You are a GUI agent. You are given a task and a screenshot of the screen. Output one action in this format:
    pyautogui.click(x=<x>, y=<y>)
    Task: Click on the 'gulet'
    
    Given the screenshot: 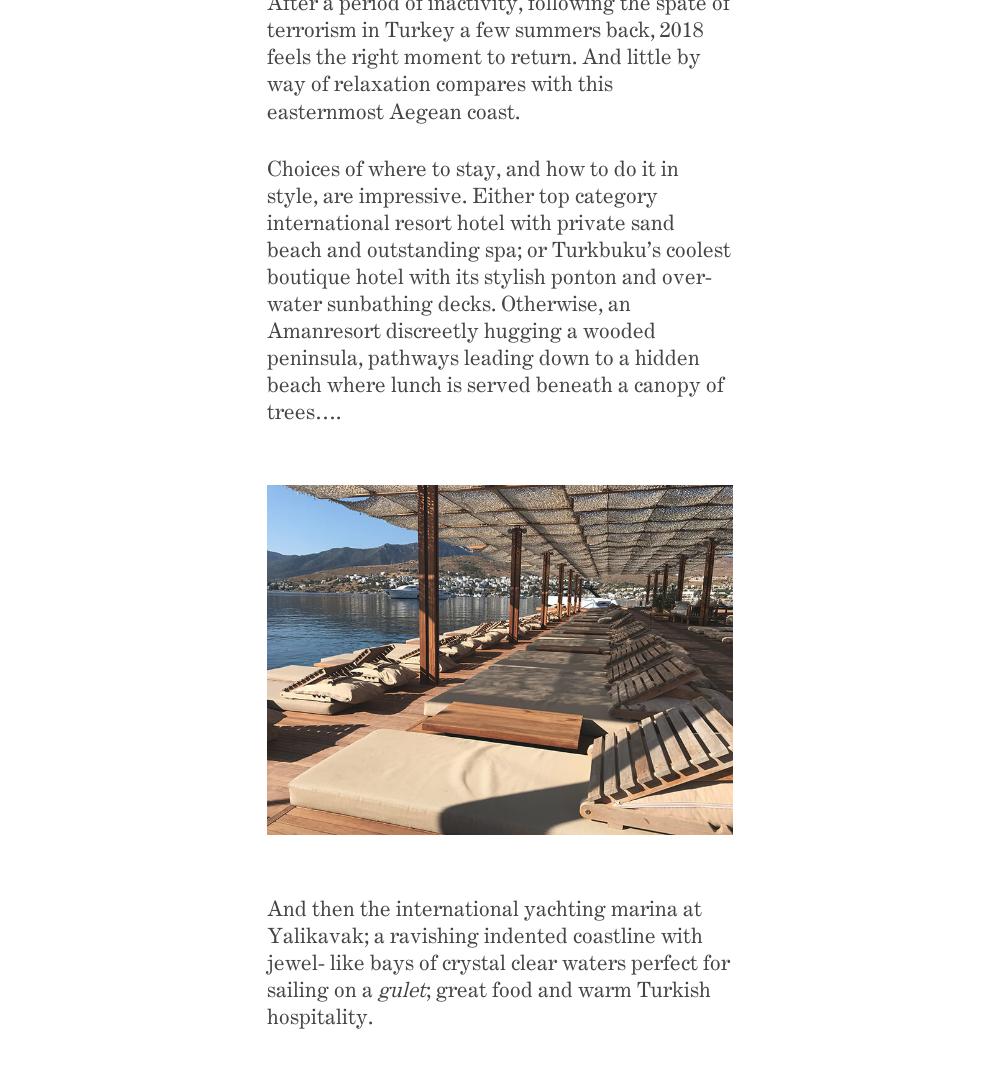 What is the action you would take?
    pyautogui.click(x=377, y=988)
    